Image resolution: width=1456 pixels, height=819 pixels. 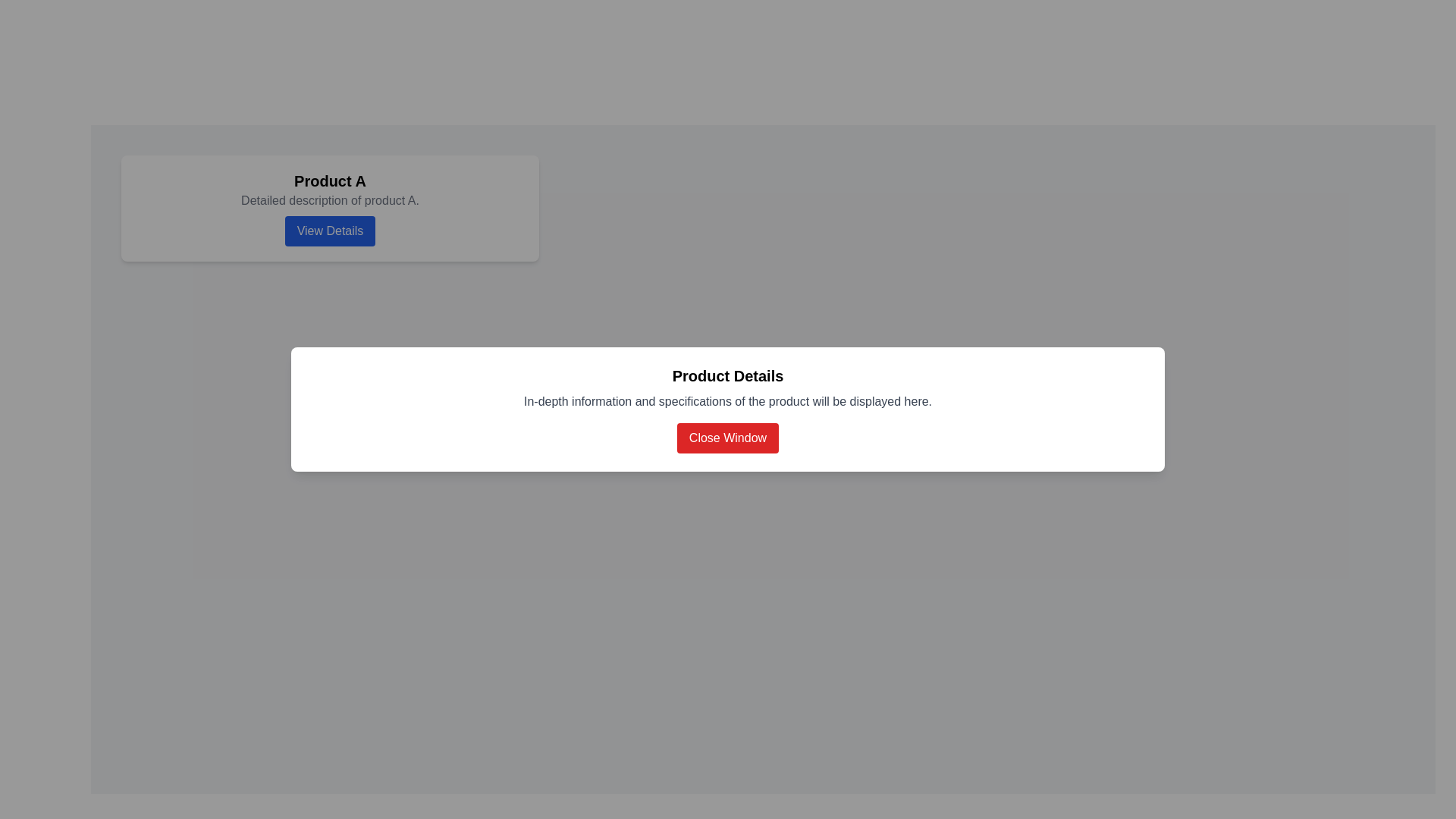 I want to click on the interactive 'Close' button located at the bottom of the white panel, so click(x=728, y=438).